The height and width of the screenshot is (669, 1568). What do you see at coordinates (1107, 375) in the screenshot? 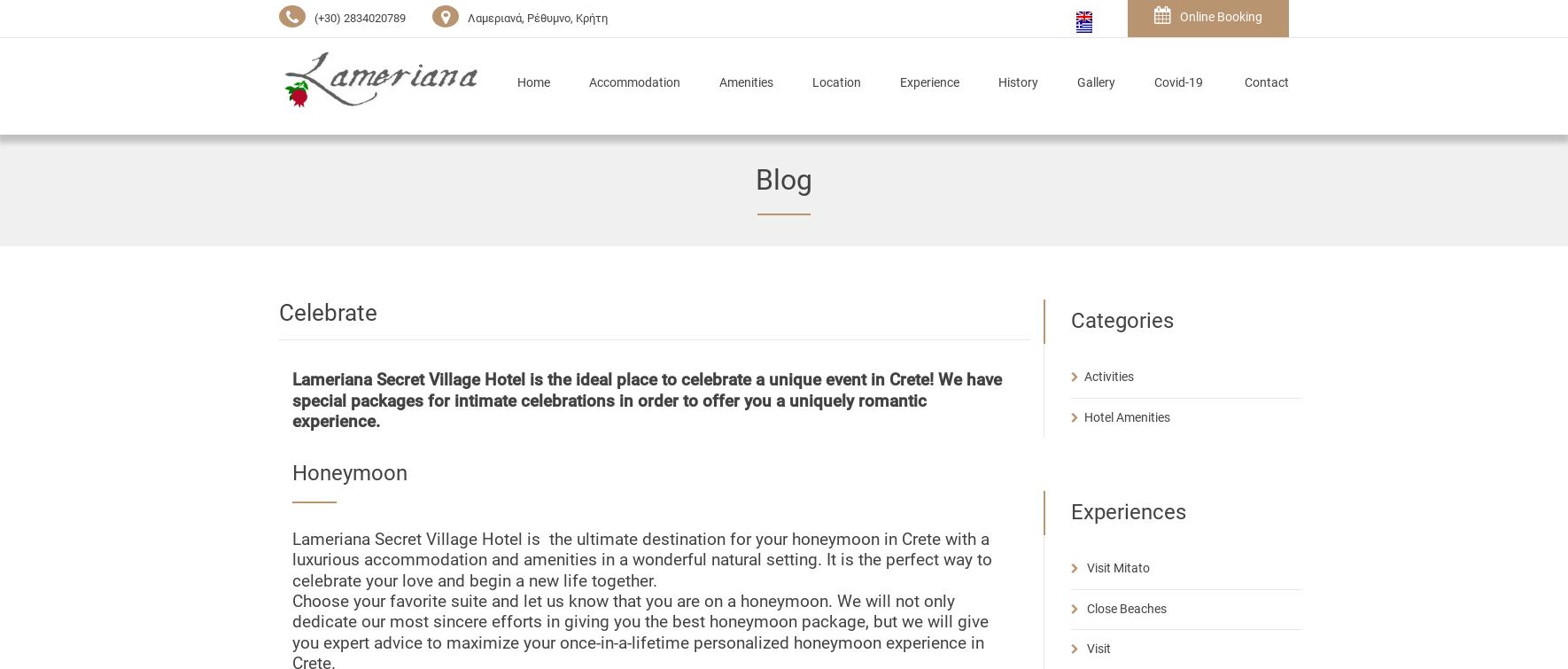
I see `'Activities'` at bounding box center [1107, 375].